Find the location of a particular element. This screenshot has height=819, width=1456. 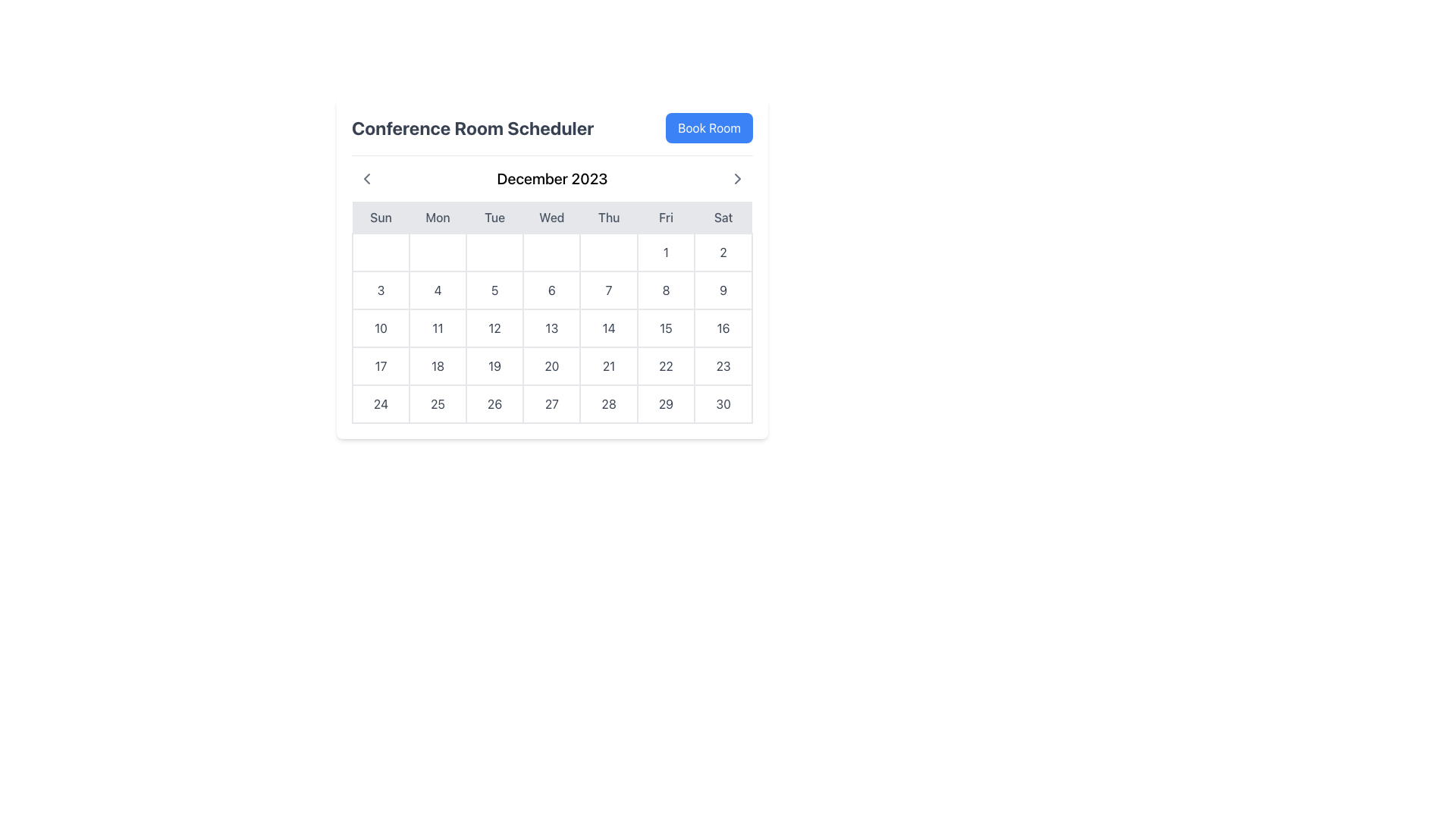

the calendar day cell displaying the number '7' in the Thursday column of the first week for accessibility actions is located at coordinates (609, 290).